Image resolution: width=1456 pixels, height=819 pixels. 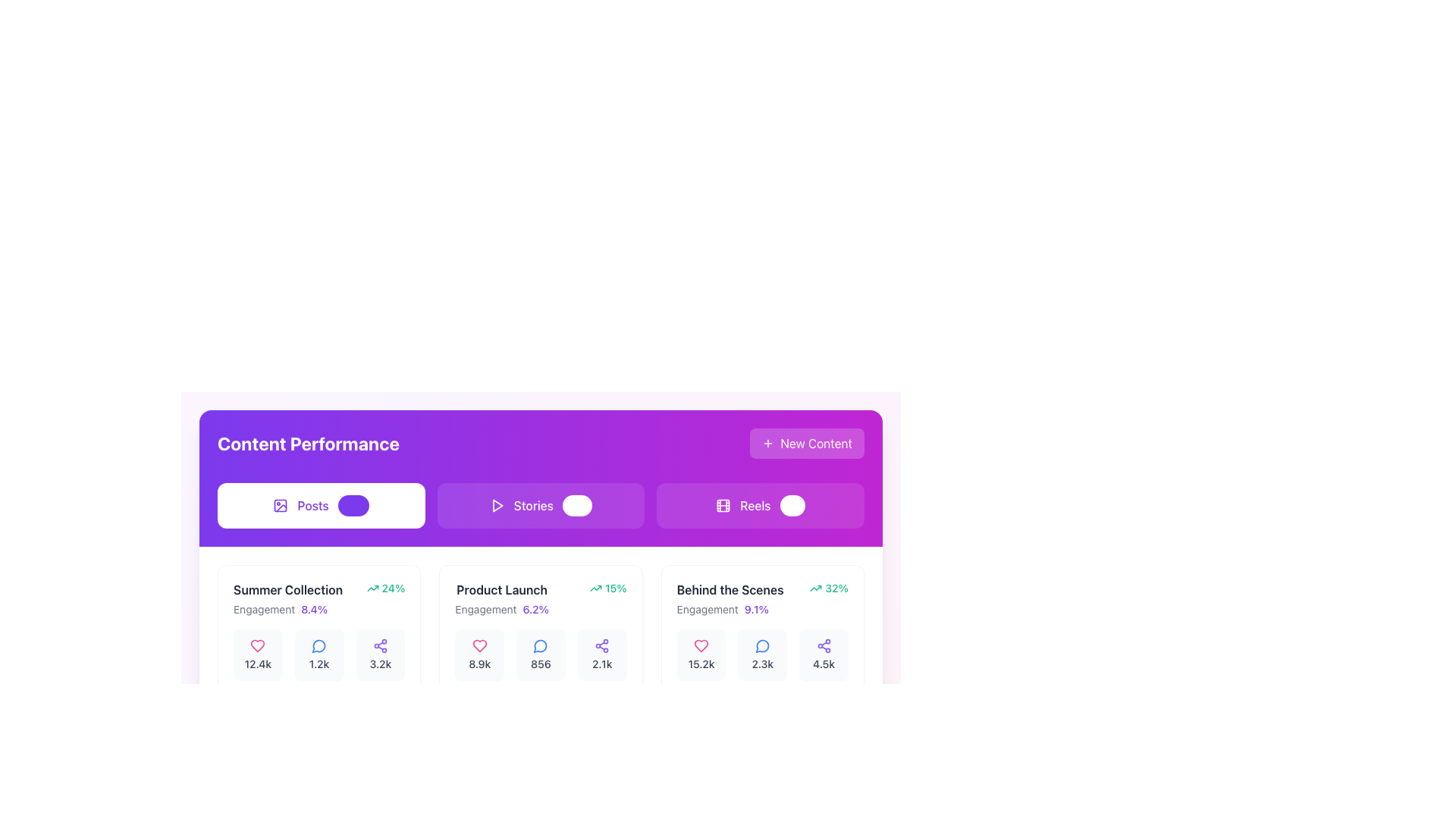 I want to click on the third Stat Card that displays the number of shares, located in the 'Content Performance' section, so click(x=380, y=654).